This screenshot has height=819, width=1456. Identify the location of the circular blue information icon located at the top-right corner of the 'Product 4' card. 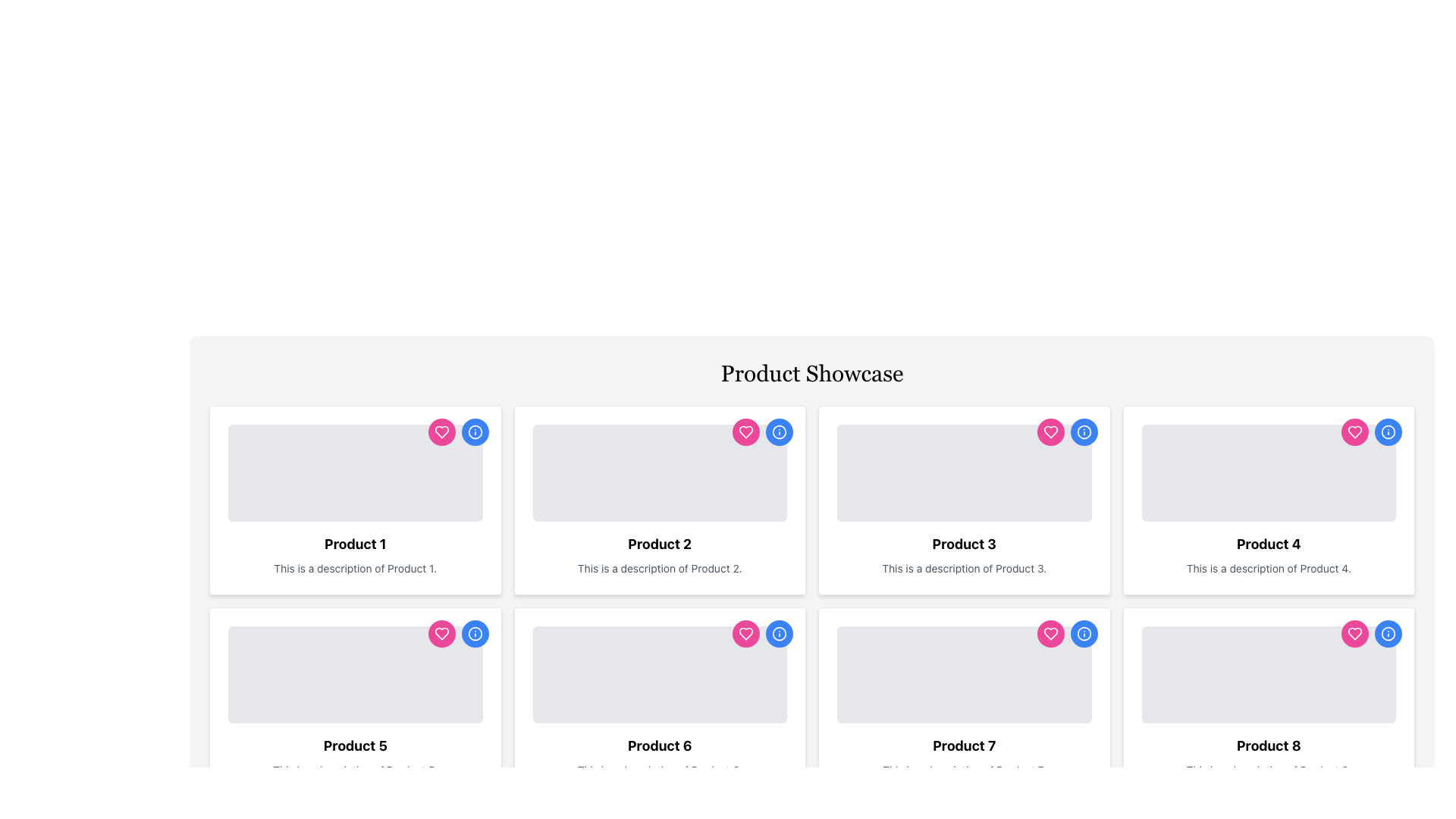
(1083, 432).